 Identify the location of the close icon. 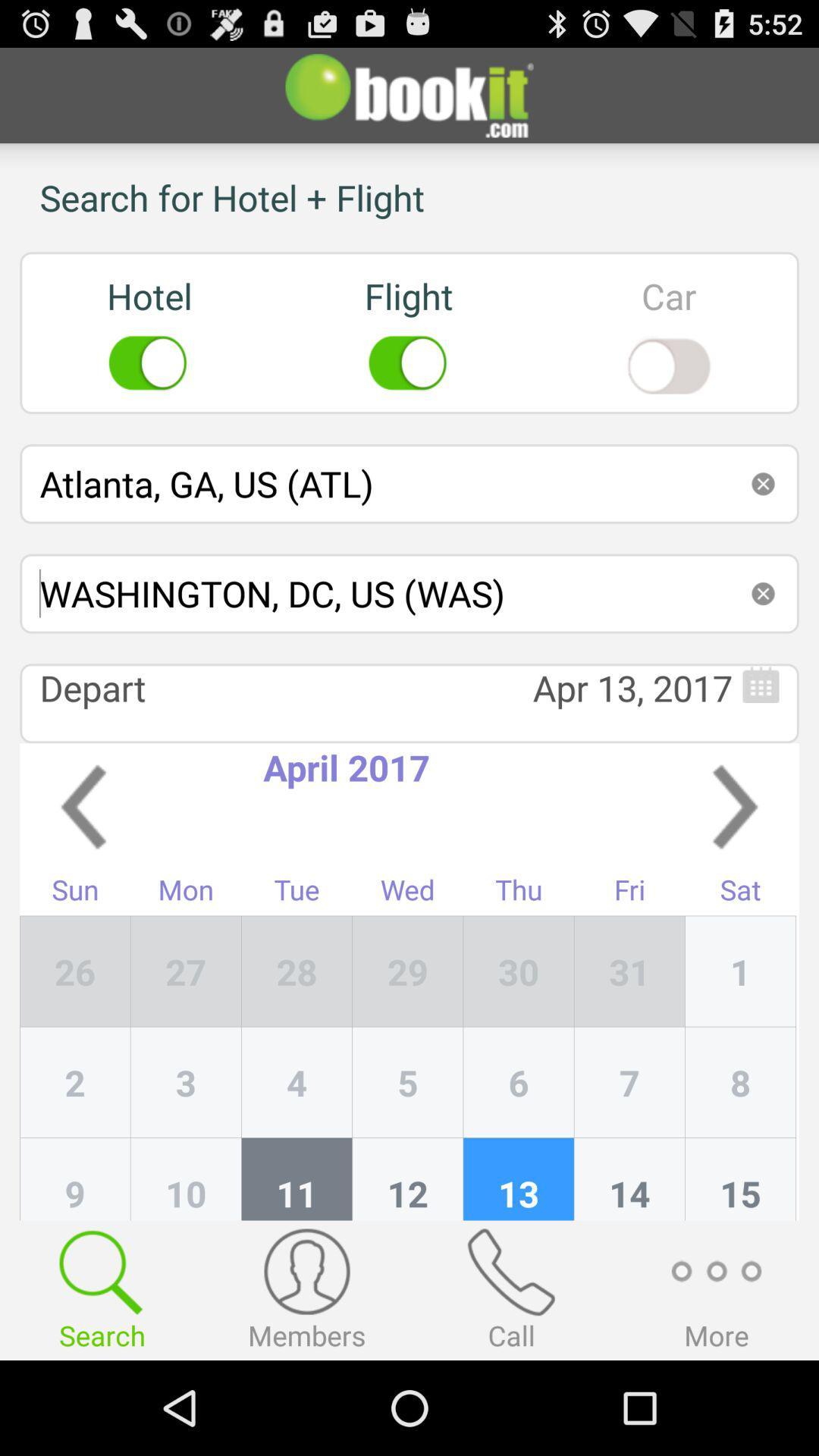
(763, 518).